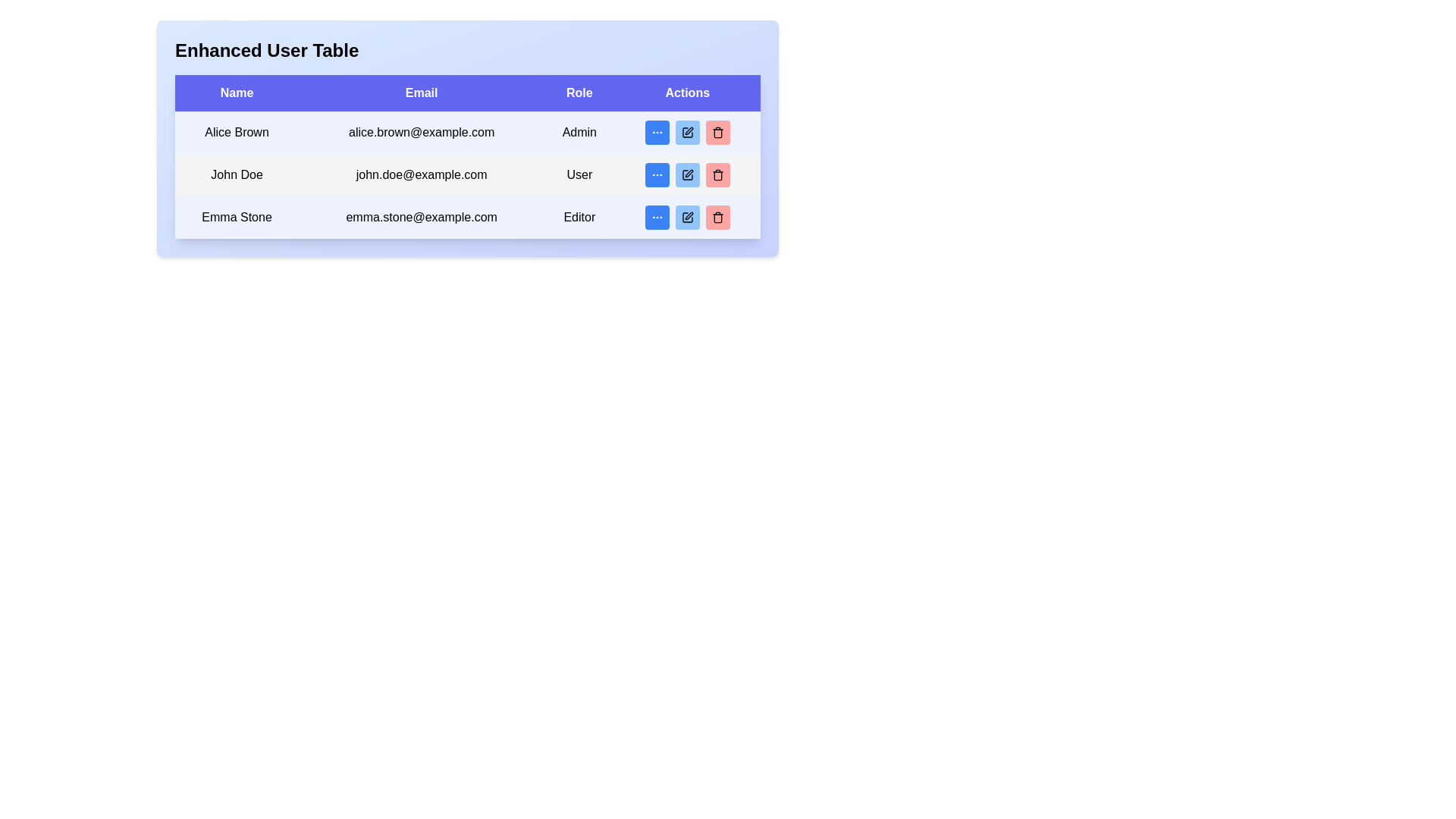 This screenshot has width=1456, height=819. What do you see at coordinates (686, 217) in the screenshot?
I see `the edit icon button located in the third row of the table` at bounding box center [686, 217].